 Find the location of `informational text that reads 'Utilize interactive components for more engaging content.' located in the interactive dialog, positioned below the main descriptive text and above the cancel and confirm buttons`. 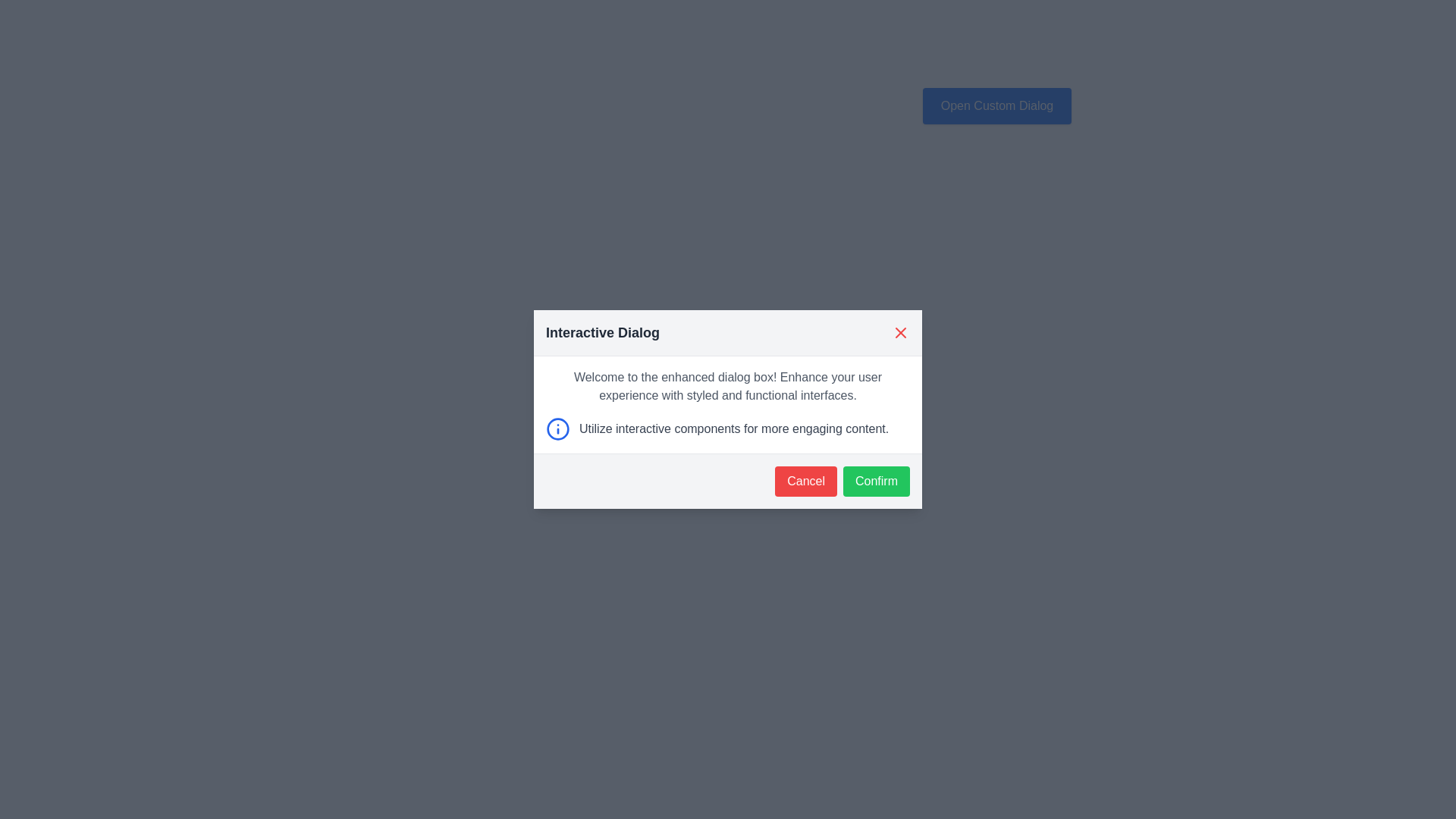

informational text that reads 'Utilize interactive components for more engaging content.' located in the interactive dialog, positioned below the main descriptive text and above the cancel and confirm buttons is located at coordinates (728, 429).